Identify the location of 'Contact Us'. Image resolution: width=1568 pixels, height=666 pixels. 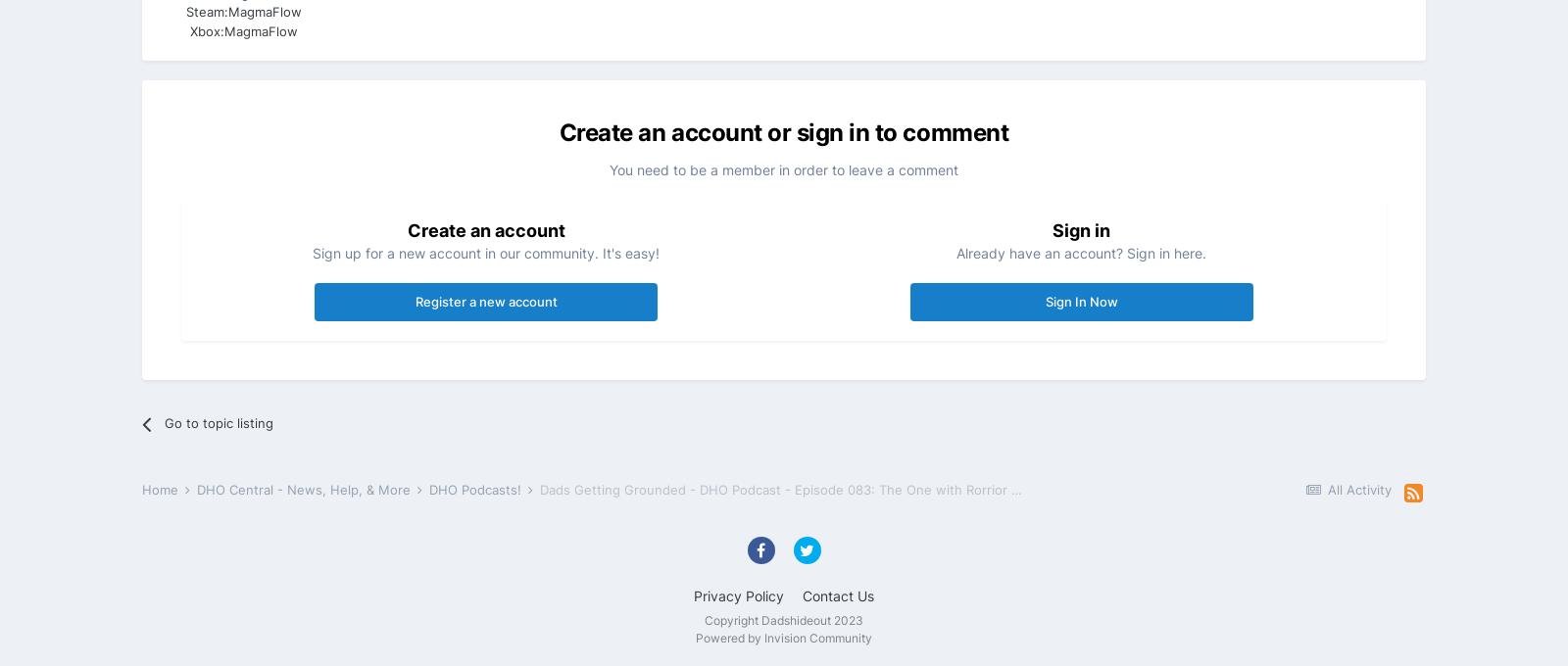
(802, 595).